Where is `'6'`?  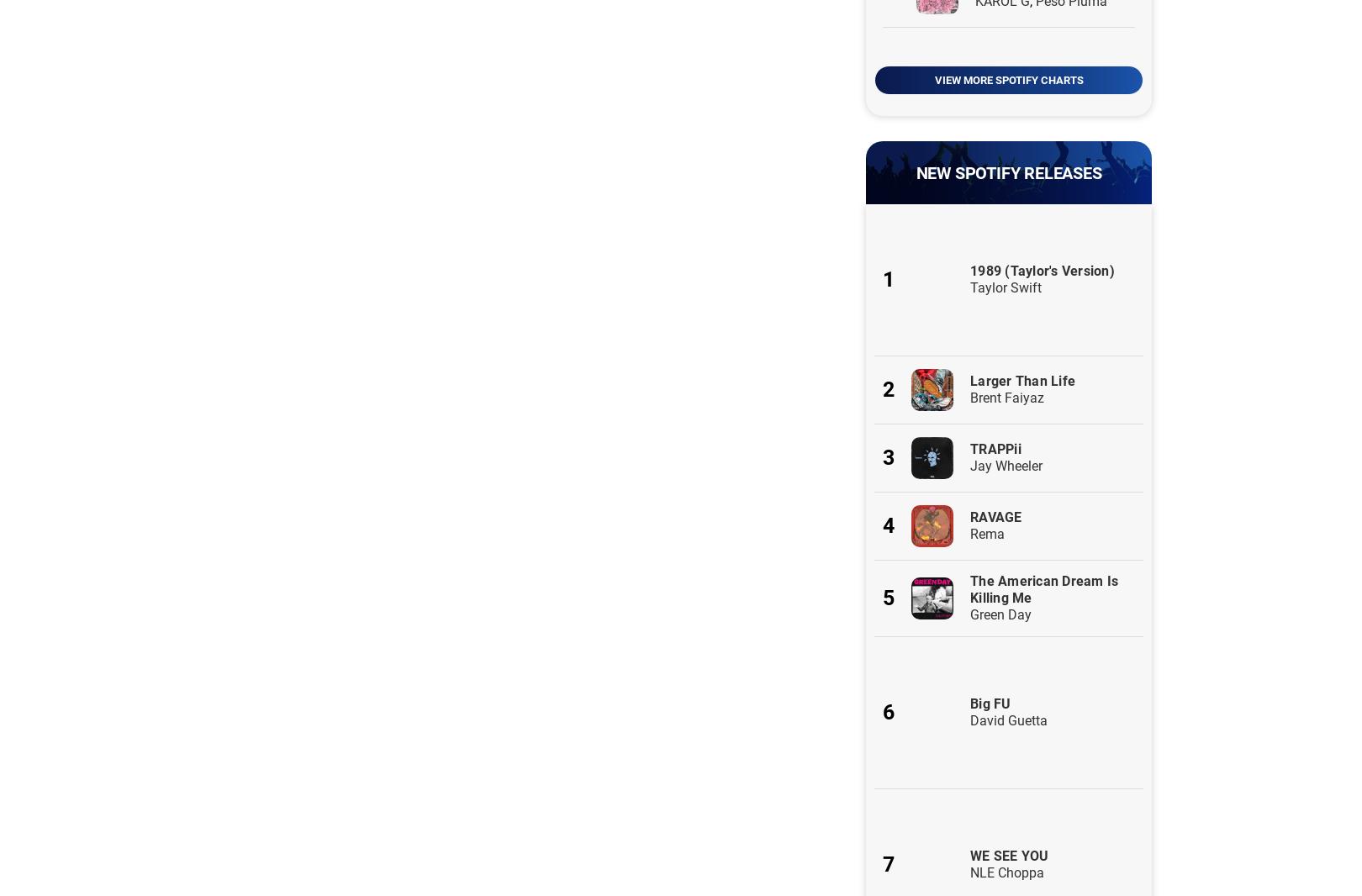 '6' is located at coordinates (888, 712).